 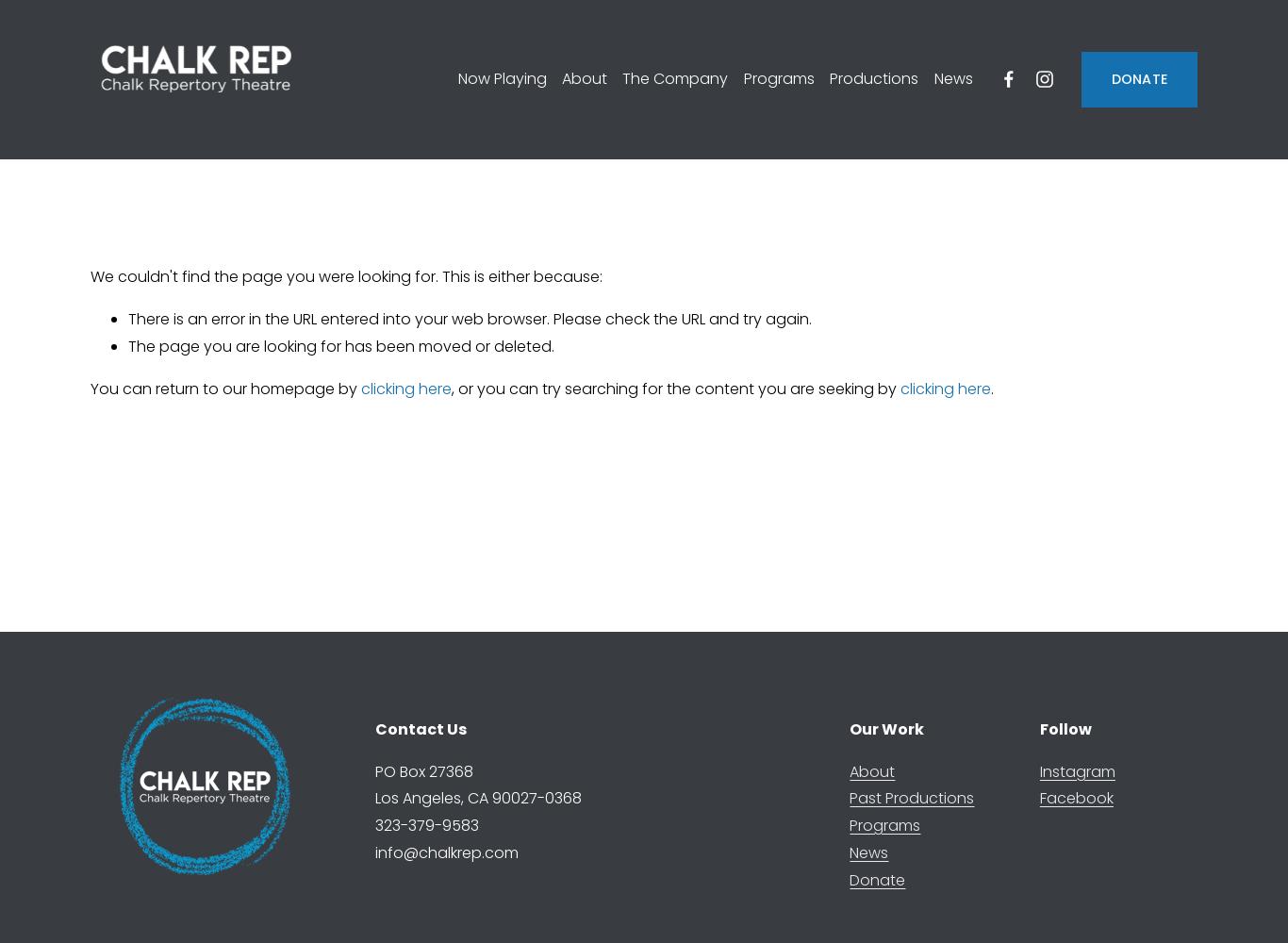 I want to click on 'info@chalkrep.com', so click(x=446, y=852).